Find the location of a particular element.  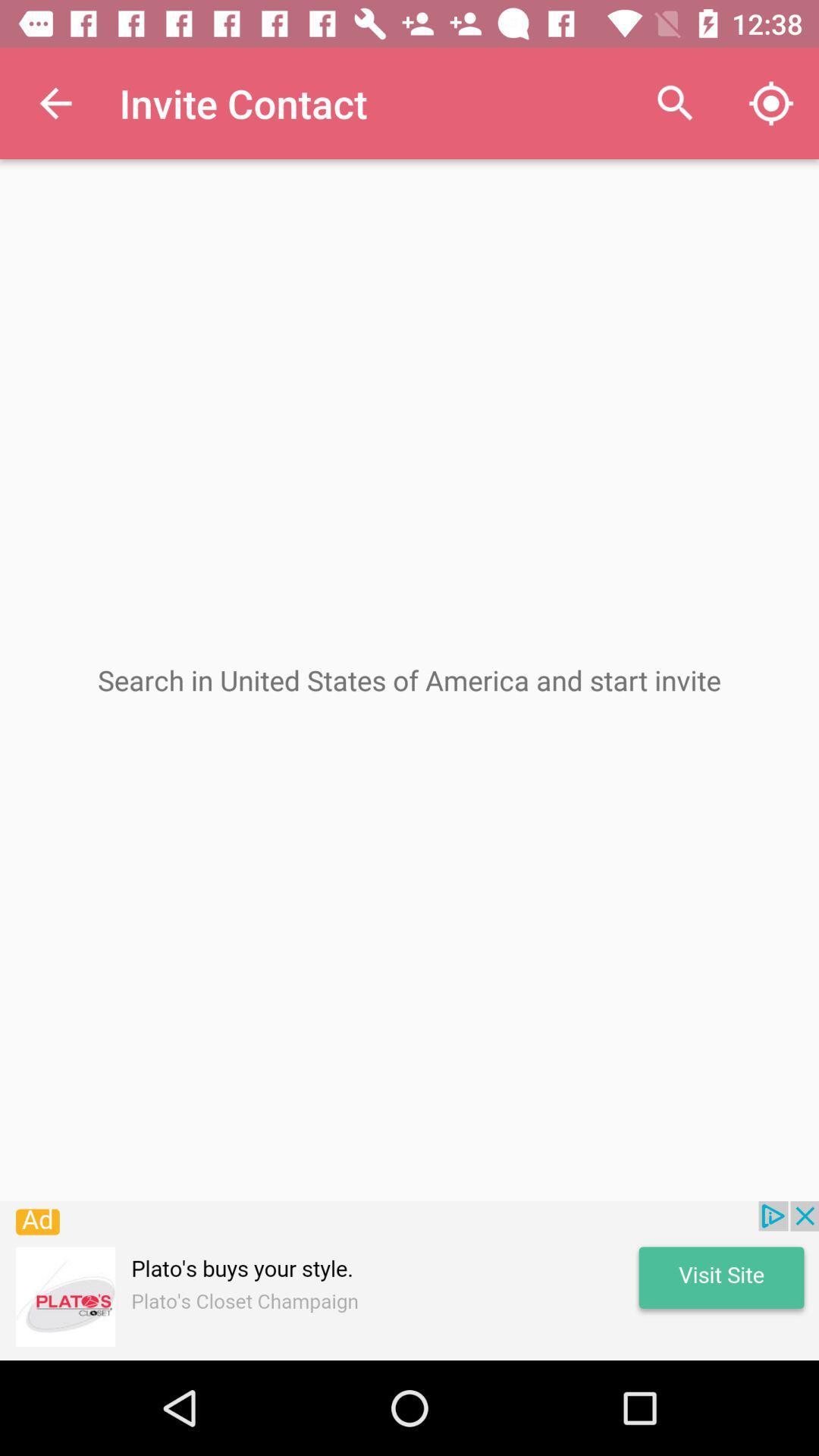

adding advertisement is located at coordinates (409, 1280).